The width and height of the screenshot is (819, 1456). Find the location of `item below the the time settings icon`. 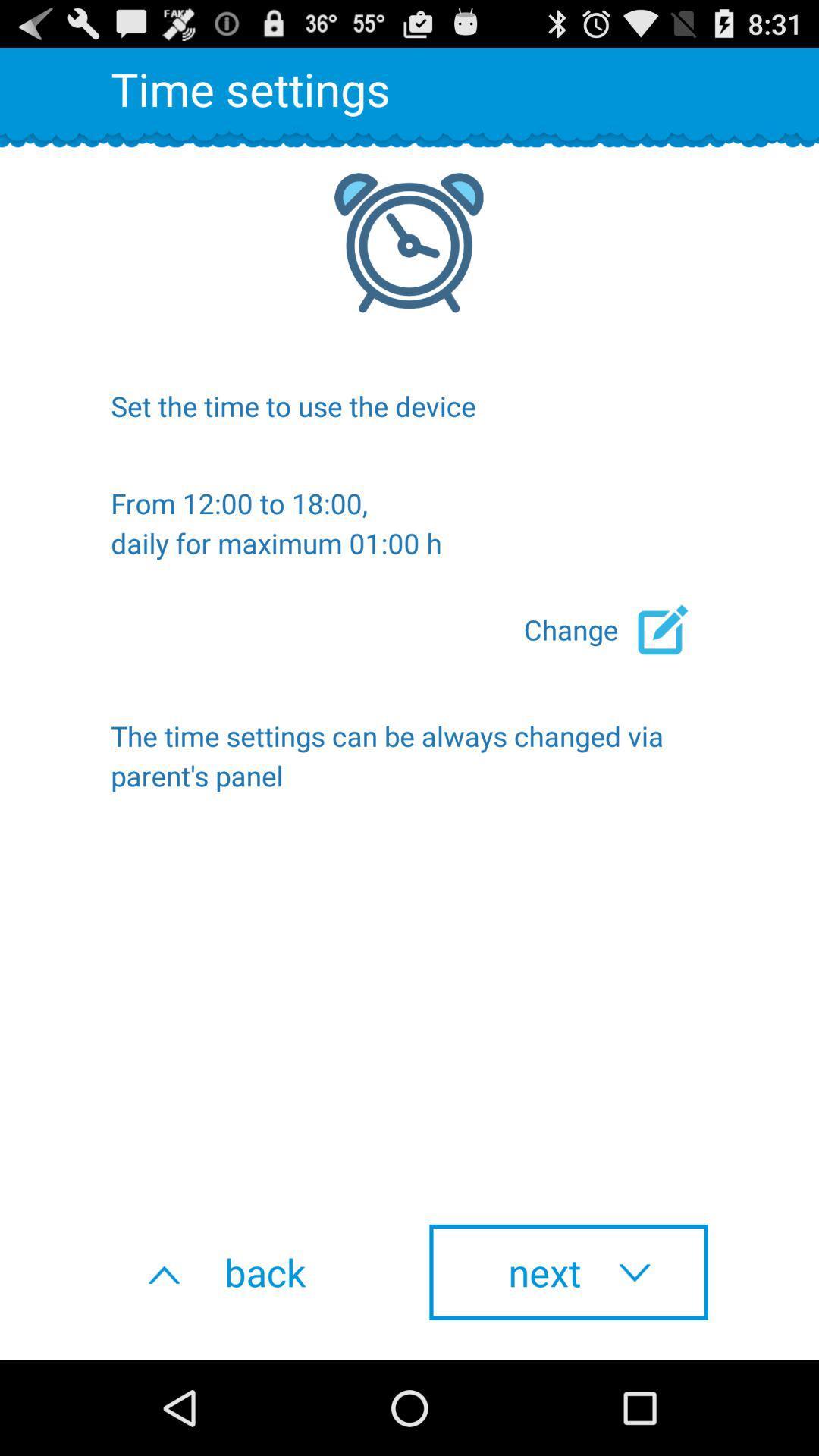

item below the the time settings icon is located at coordinates (249, 1272).